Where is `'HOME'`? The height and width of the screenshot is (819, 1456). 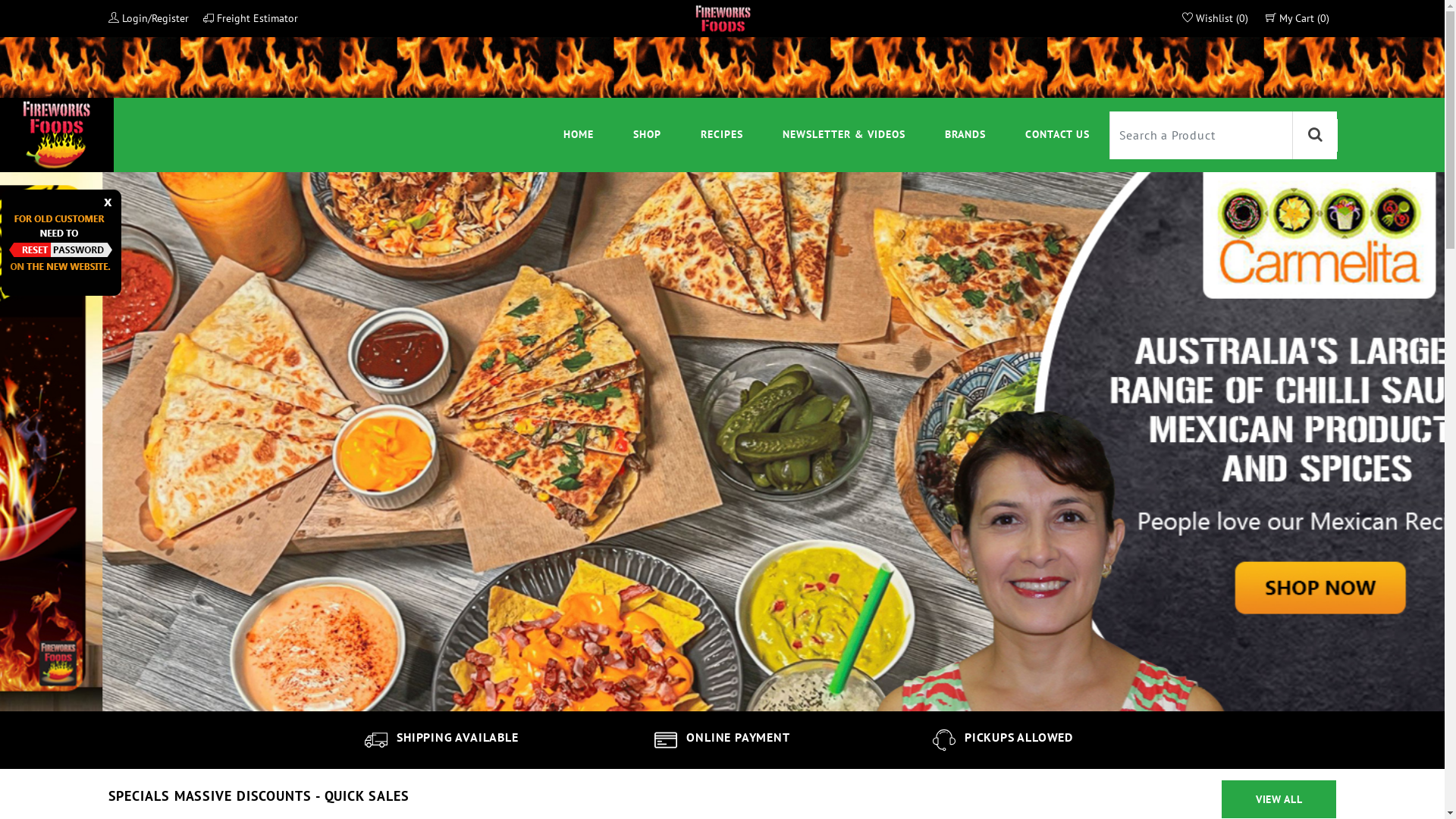
'HOME' is located at coordinates (578, 133).